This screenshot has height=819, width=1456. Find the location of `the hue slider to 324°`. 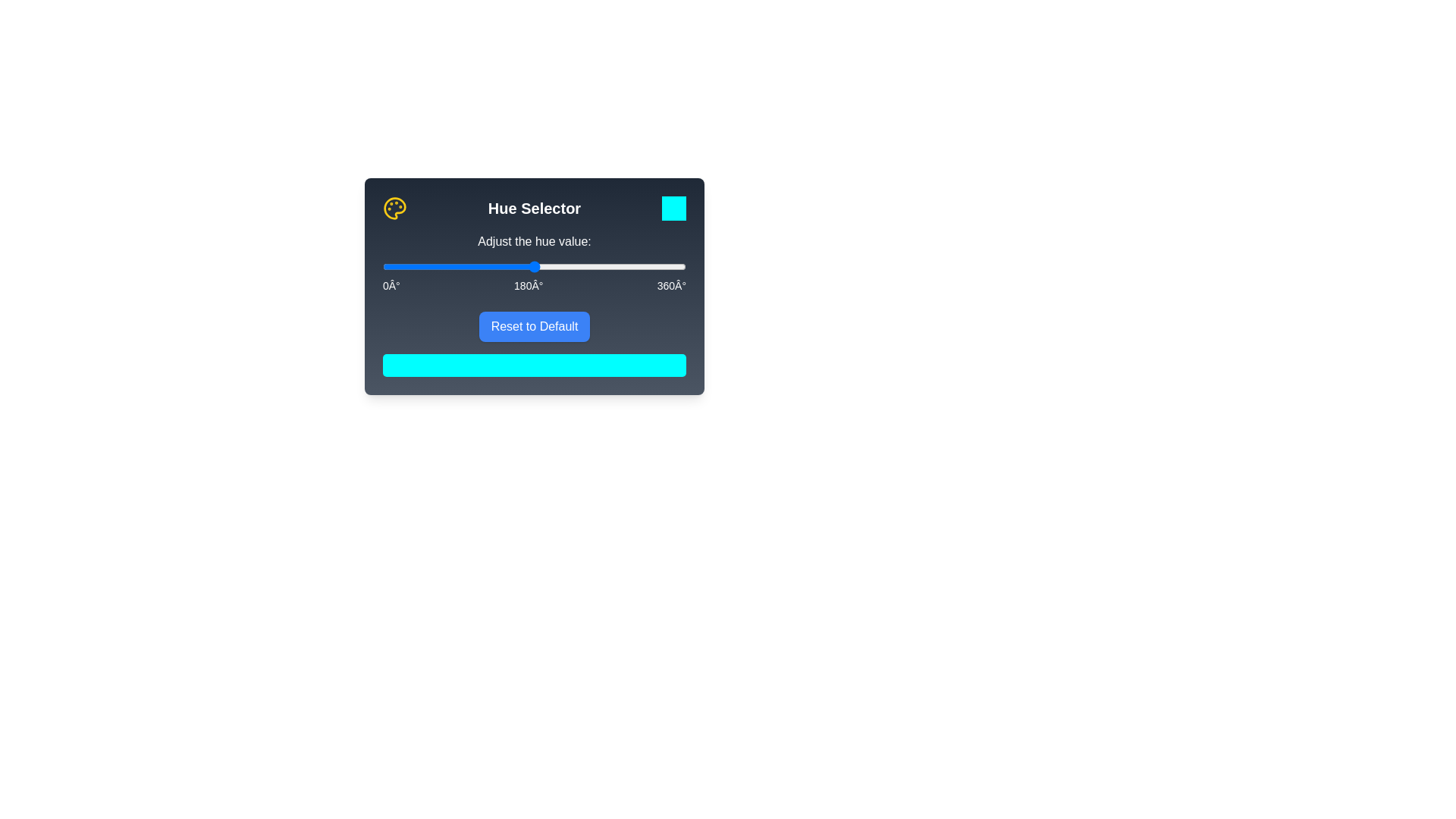

the hue slider to 324° is located at coordinates (655, 265).